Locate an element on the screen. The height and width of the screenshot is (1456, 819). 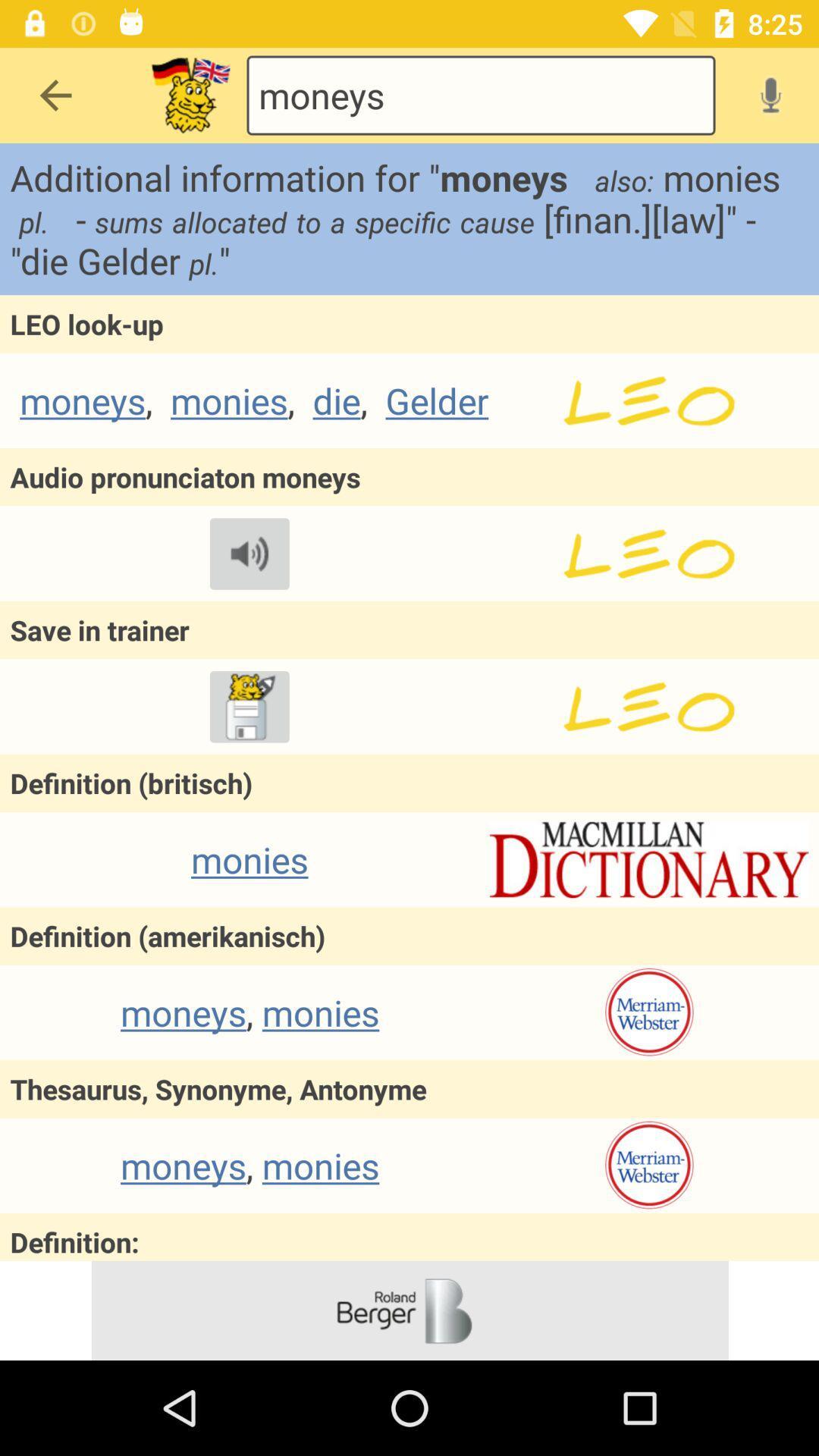
settings is located at coordinates (648, 1012).